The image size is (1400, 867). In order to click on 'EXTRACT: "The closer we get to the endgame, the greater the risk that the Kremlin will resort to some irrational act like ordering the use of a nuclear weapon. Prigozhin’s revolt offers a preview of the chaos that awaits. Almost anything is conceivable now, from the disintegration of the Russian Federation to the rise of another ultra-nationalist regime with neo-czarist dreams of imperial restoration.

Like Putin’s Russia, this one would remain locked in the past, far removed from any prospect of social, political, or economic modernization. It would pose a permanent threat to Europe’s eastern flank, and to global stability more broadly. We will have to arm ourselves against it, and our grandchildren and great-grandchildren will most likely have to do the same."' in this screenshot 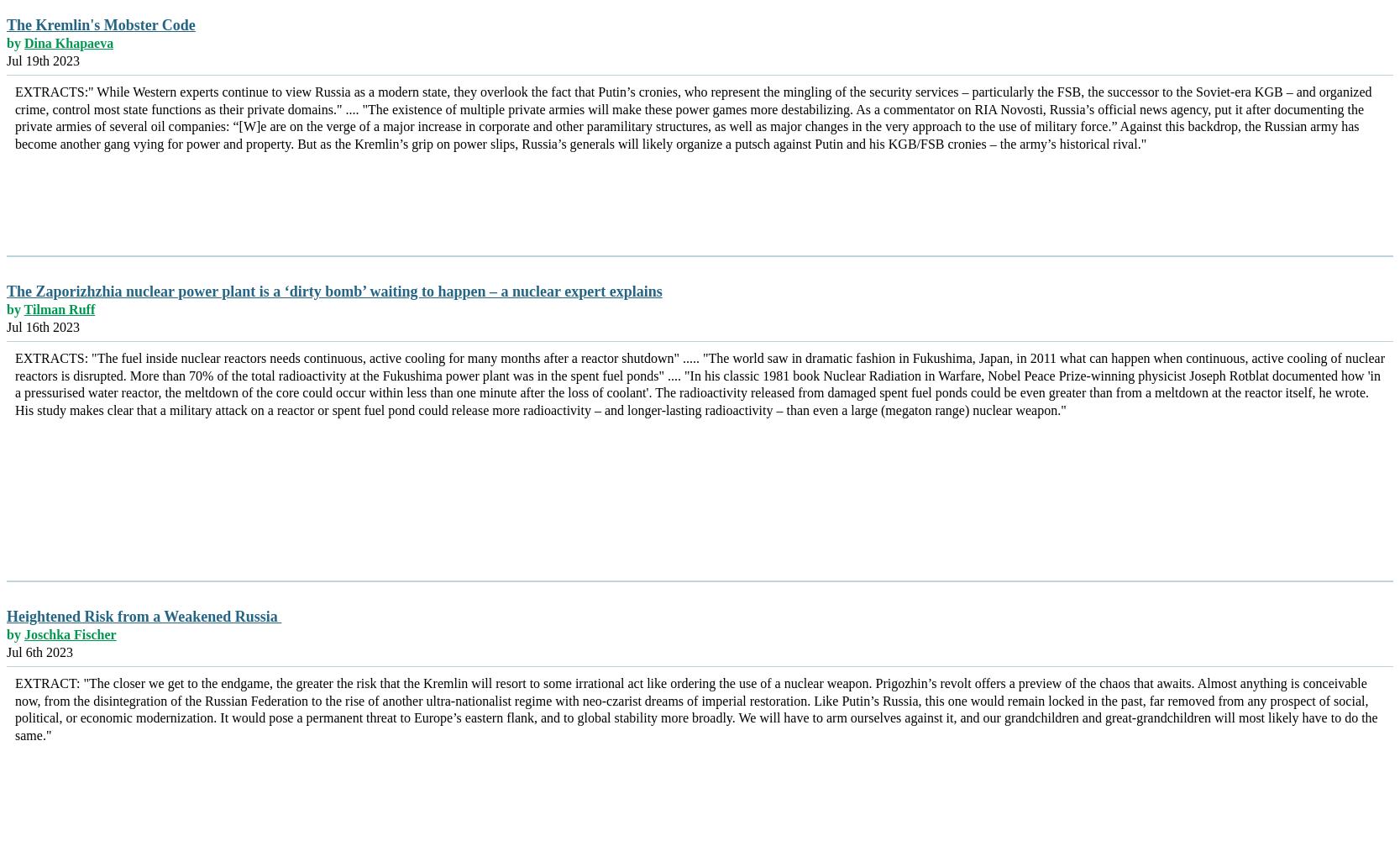, I will do `click(695, 708)`.